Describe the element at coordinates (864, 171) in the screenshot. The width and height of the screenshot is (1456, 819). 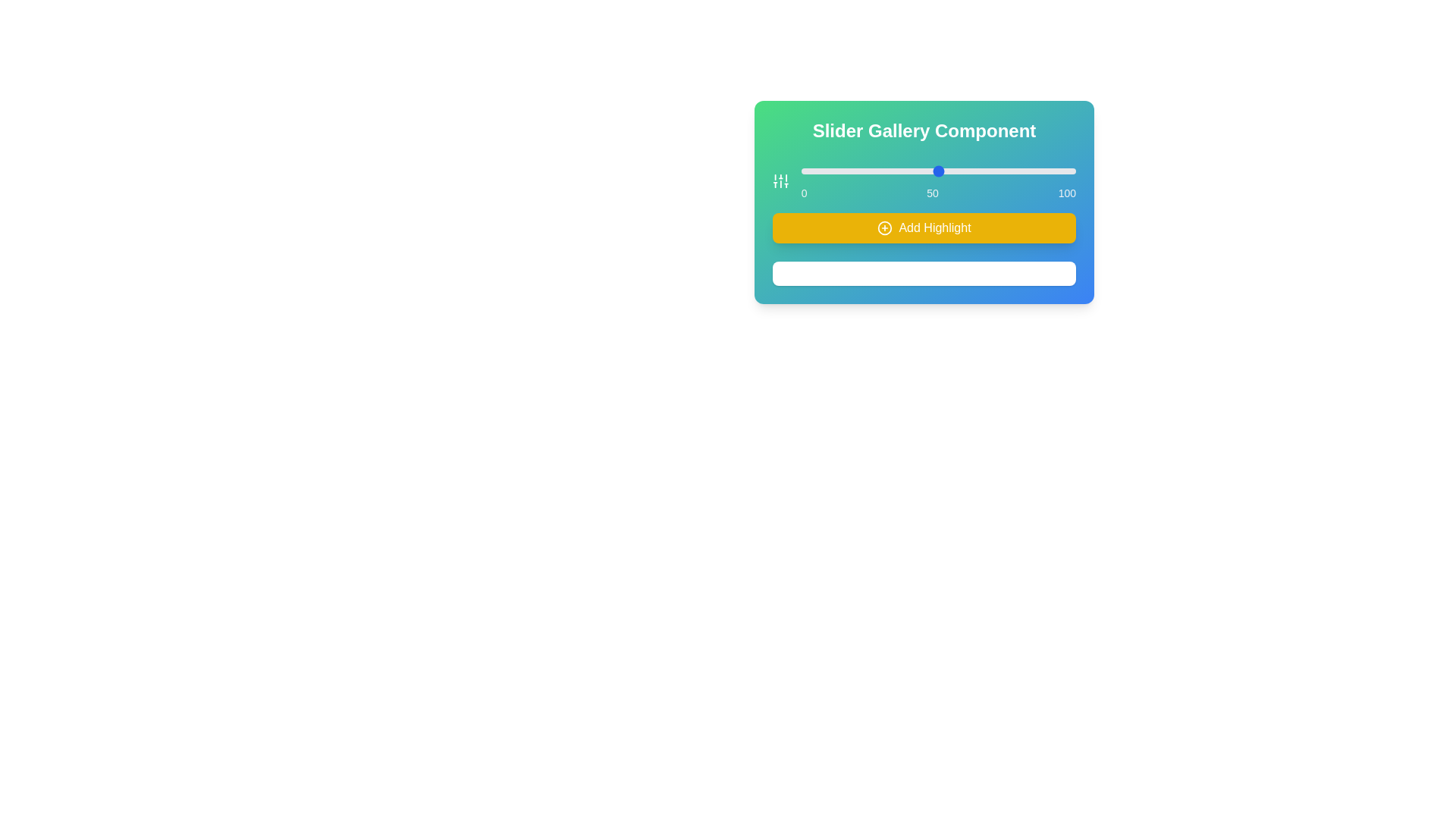
I see `the slider value` at that location.